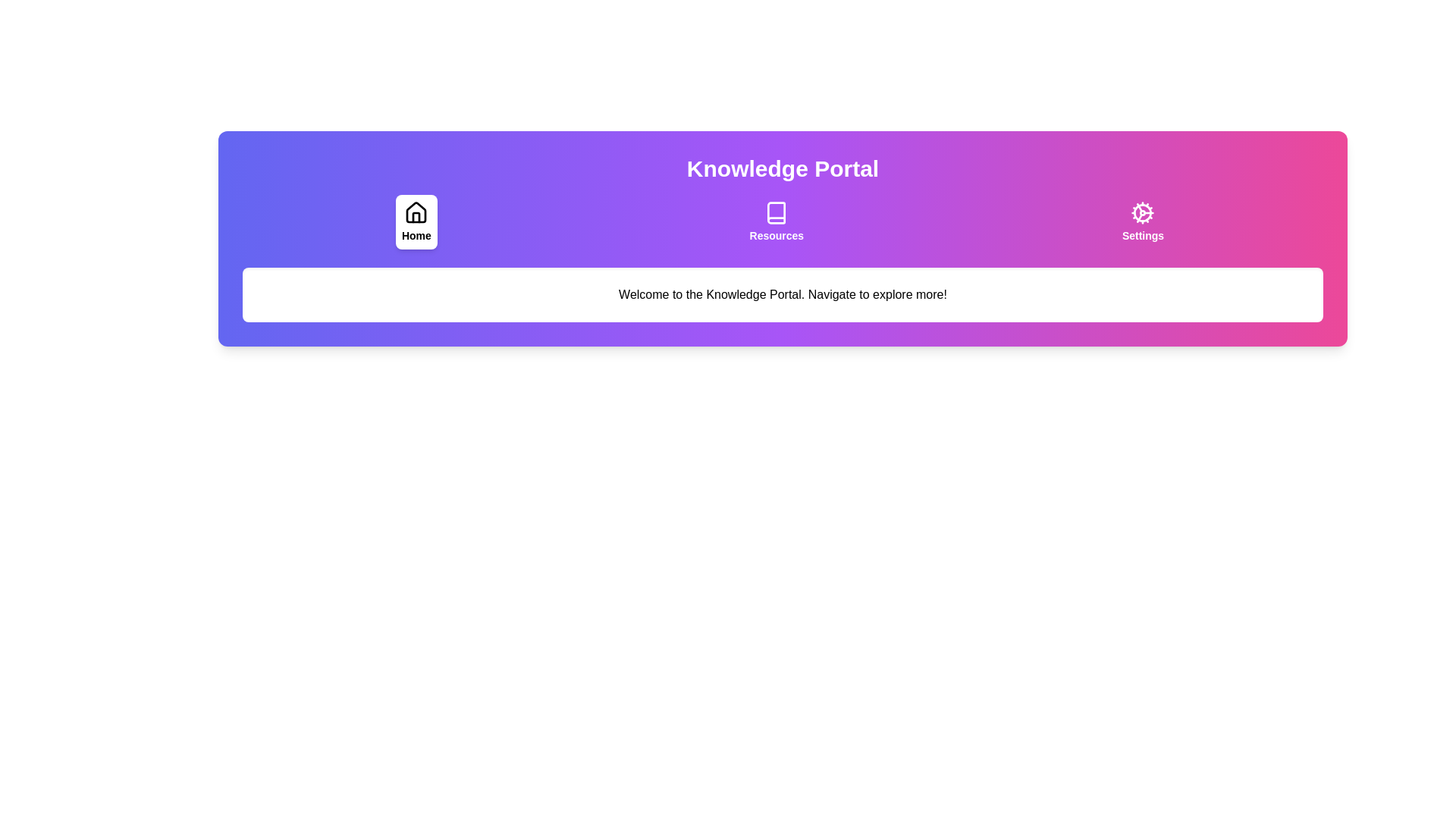 This screenshot has width=1456, height=819. Describe the element at coordinates (776, 222) in the screenshot. I see `the Resources tab` at that location.